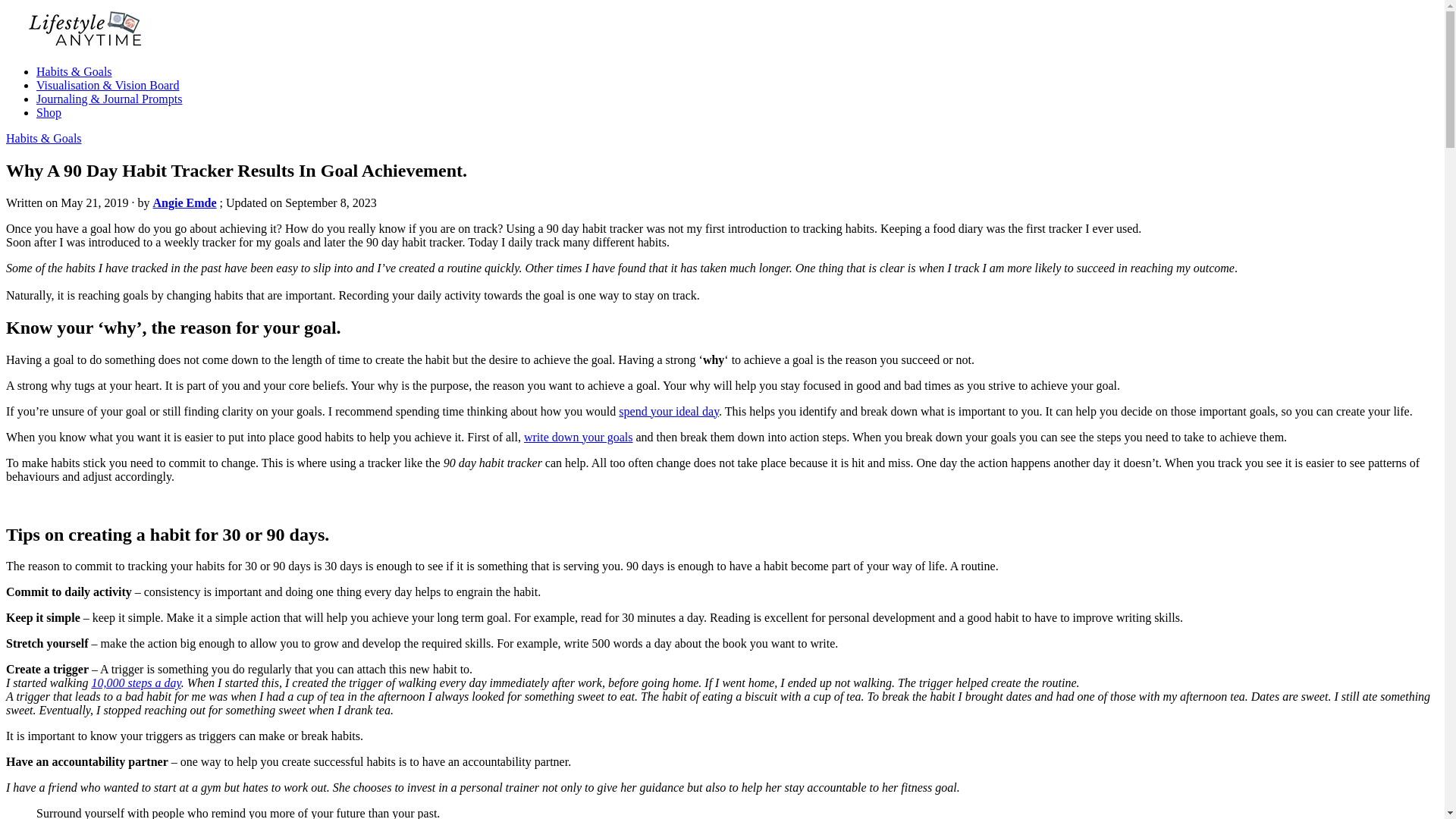 Image resolution: width=1456 pixels, height=819 pixels. I want to click on '10,000 steps a day', so click(135, 682).